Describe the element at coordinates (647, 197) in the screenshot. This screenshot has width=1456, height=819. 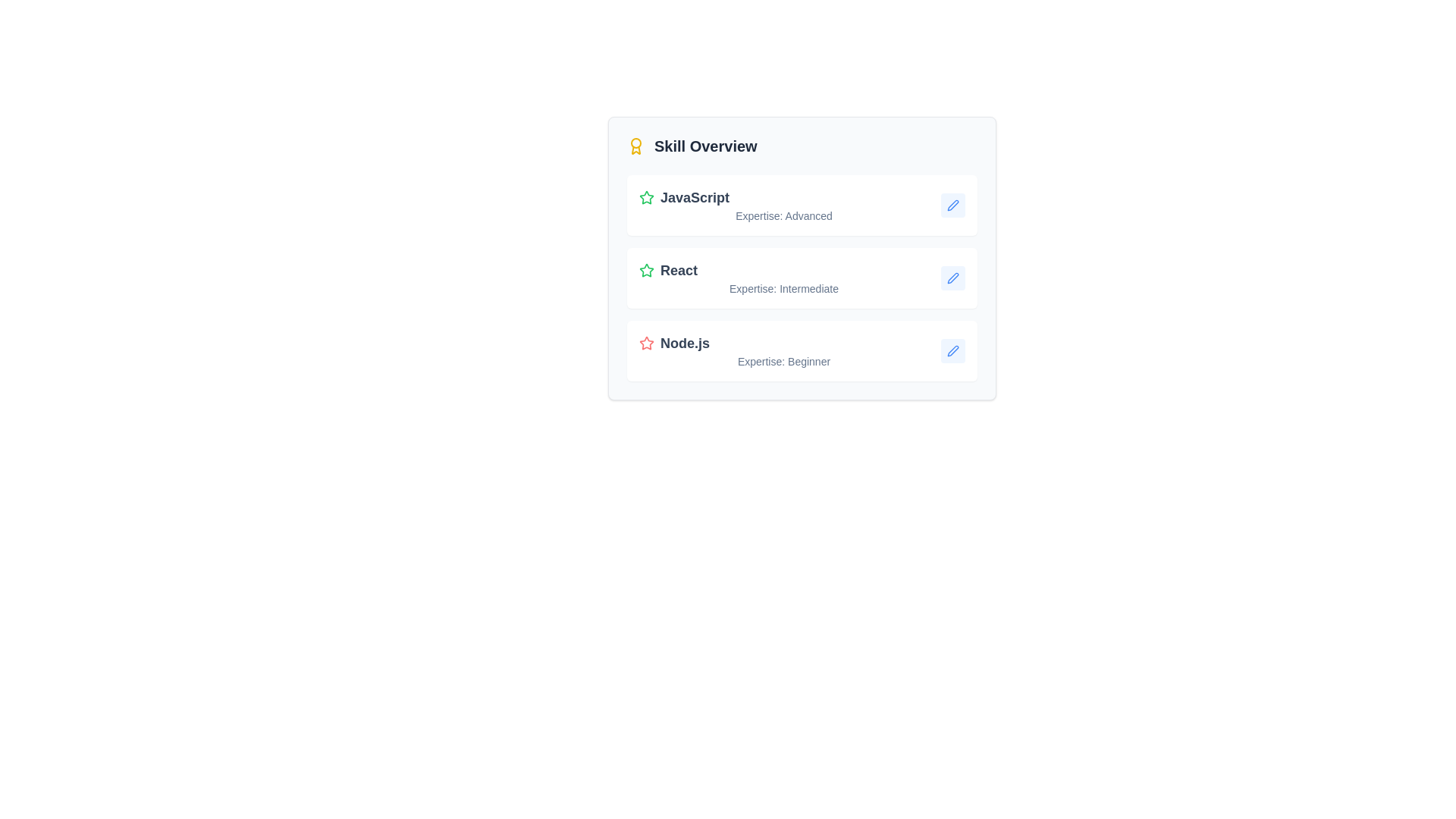
I see `the vibrant green star-shaped icon located to the left of the 'JavaScript' text in the 'Skill Overview' section` at that location.